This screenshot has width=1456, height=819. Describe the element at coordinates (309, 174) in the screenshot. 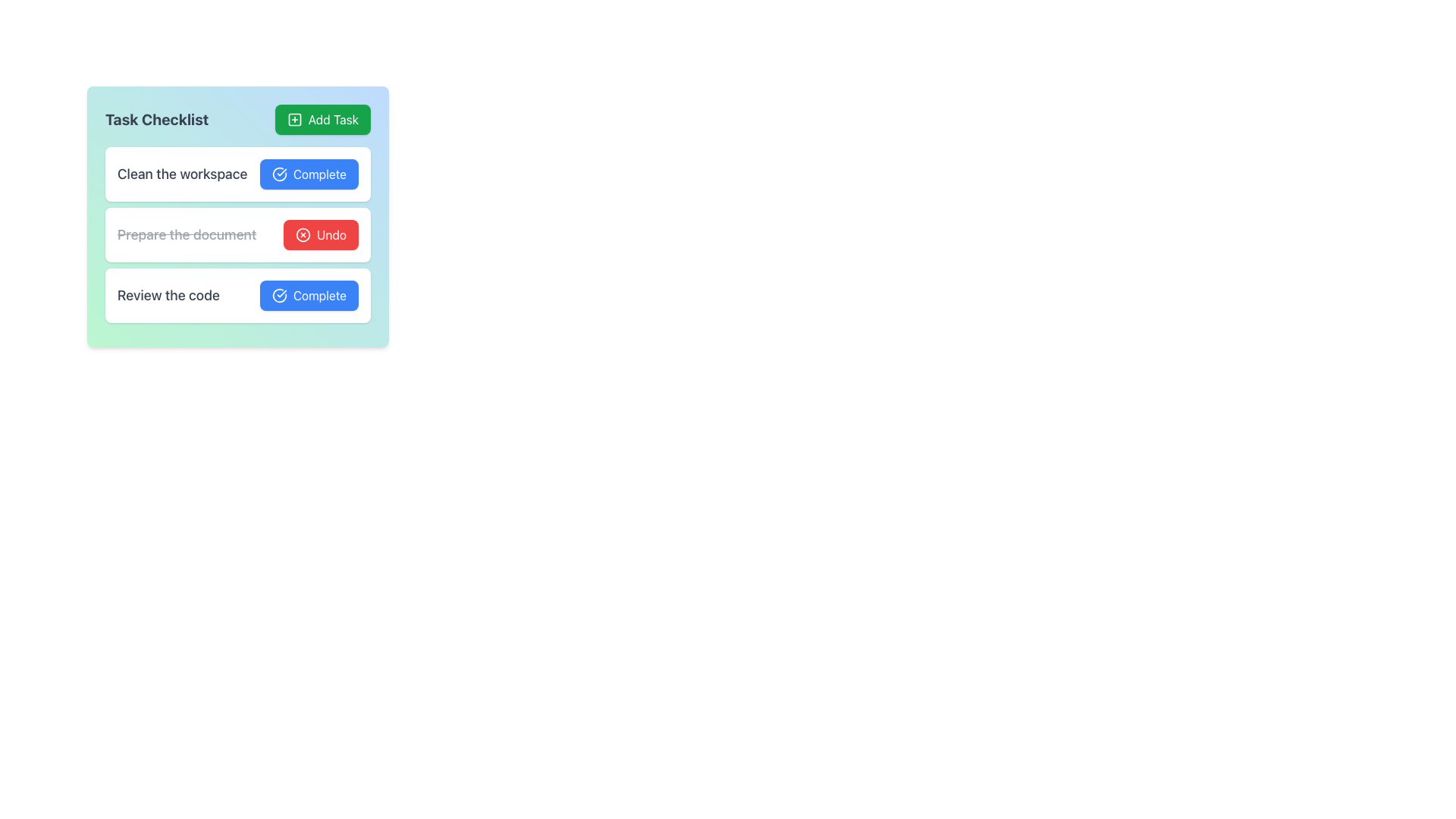

I see `the blue button labeled 'Complete' with a checkmark icon to mark the task 'Clean the workspace' as complete` at that location.